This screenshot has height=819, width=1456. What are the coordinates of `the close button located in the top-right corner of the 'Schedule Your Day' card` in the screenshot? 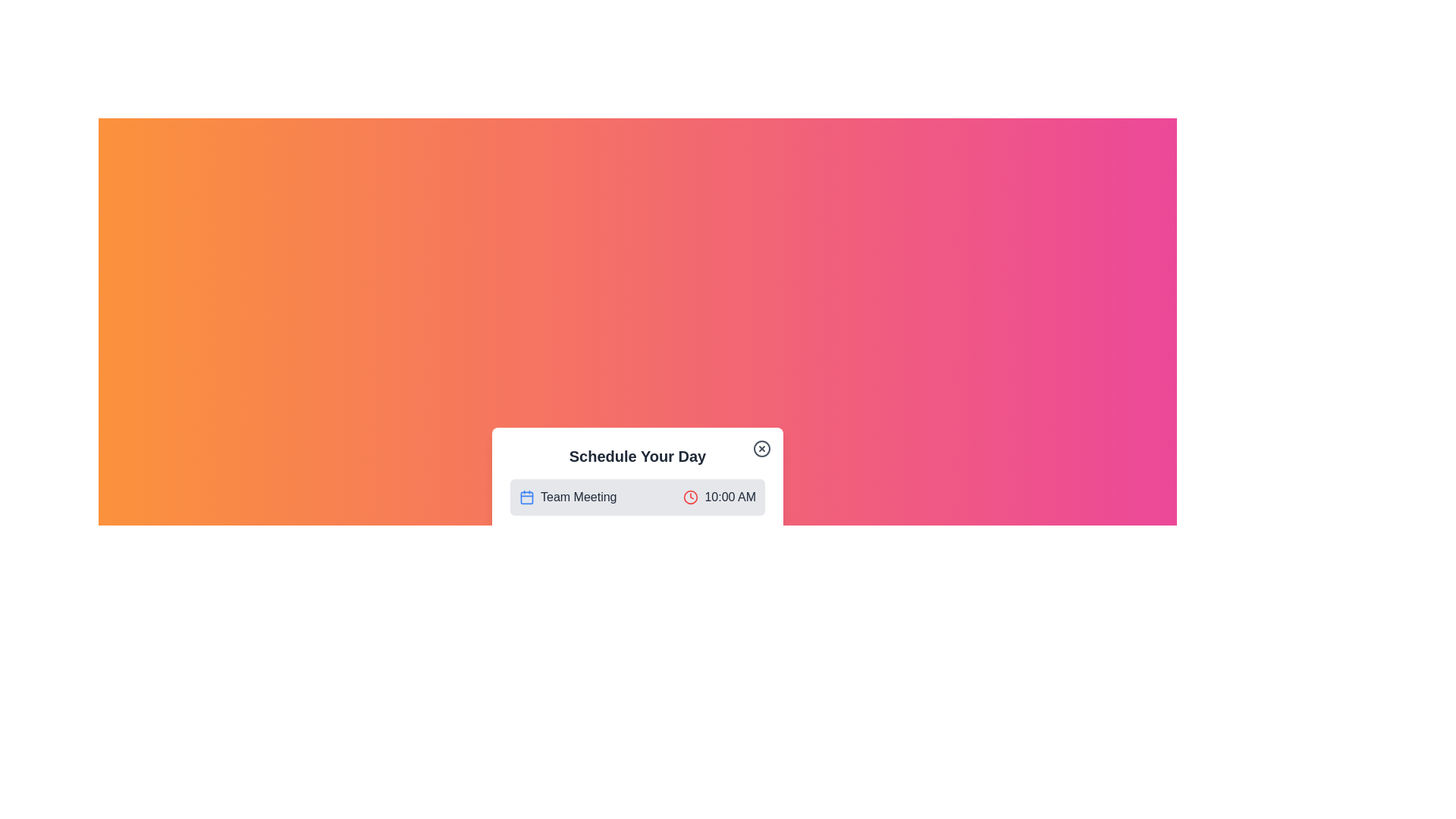 It's located at (761, 447).